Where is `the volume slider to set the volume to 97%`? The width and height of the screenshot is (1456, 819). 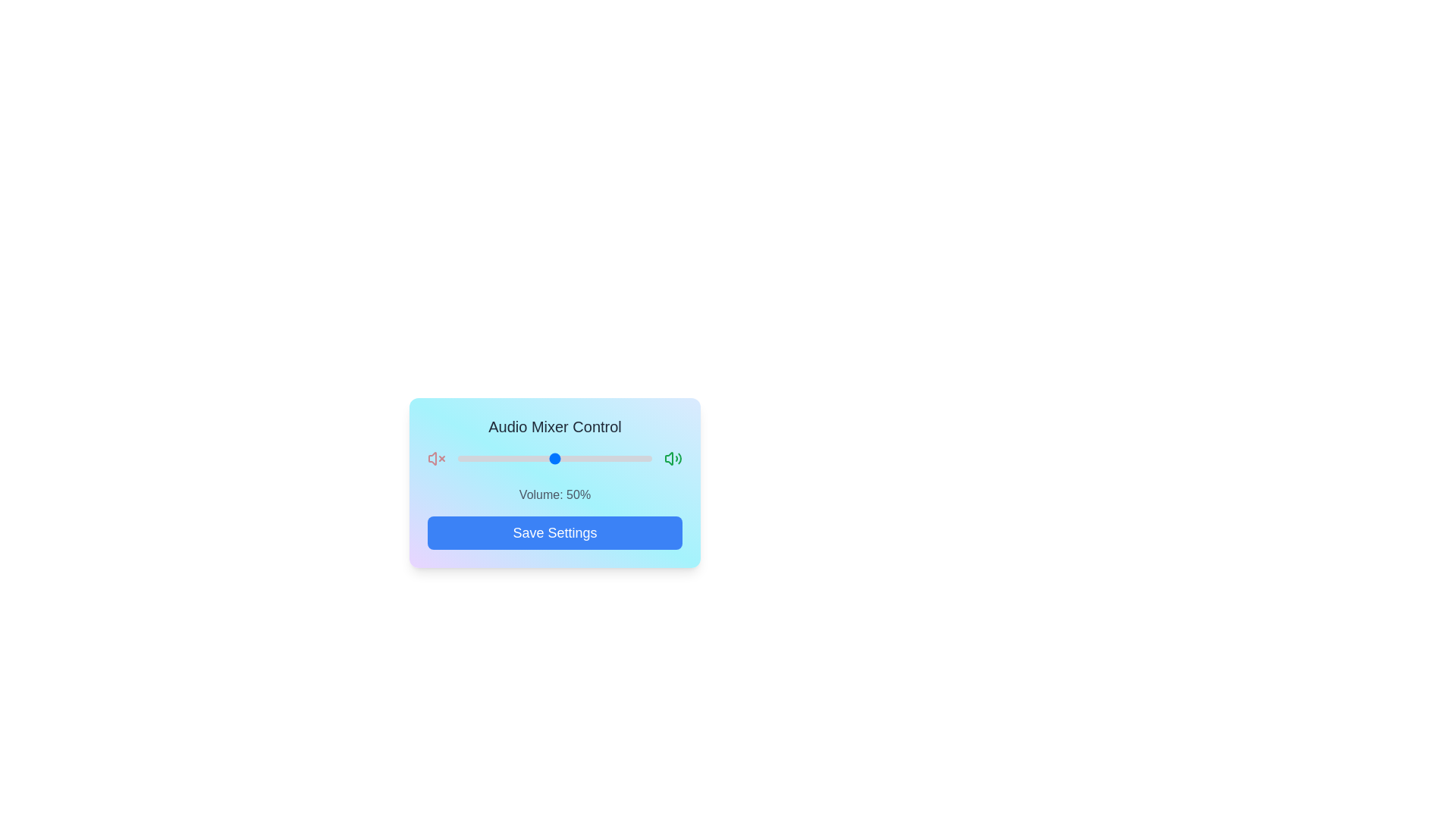
the volume slider to set the volume to 97% is located at coordinates (646, 458).